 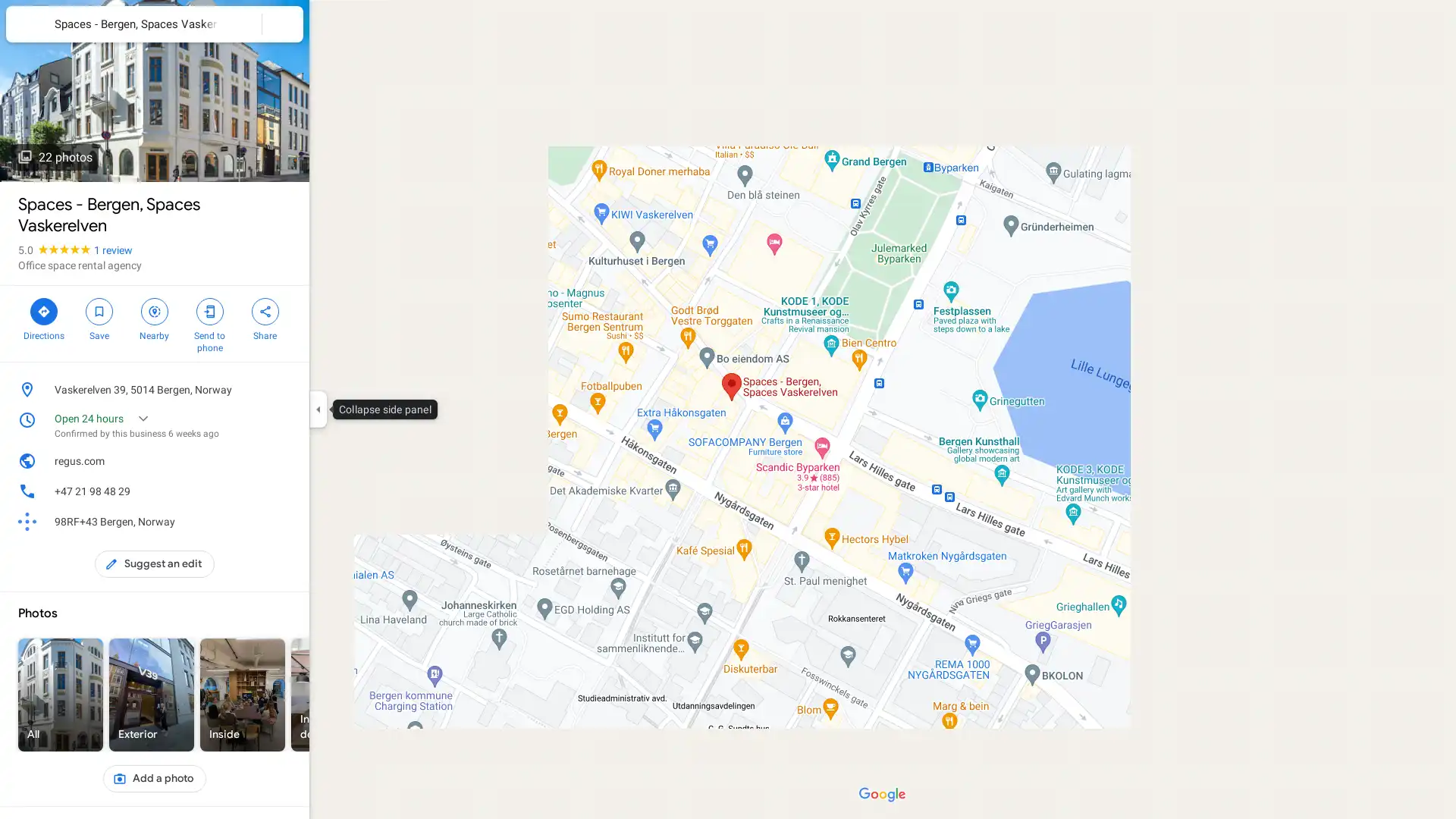 I want to click on Copy address, so click(x=284, y=388).